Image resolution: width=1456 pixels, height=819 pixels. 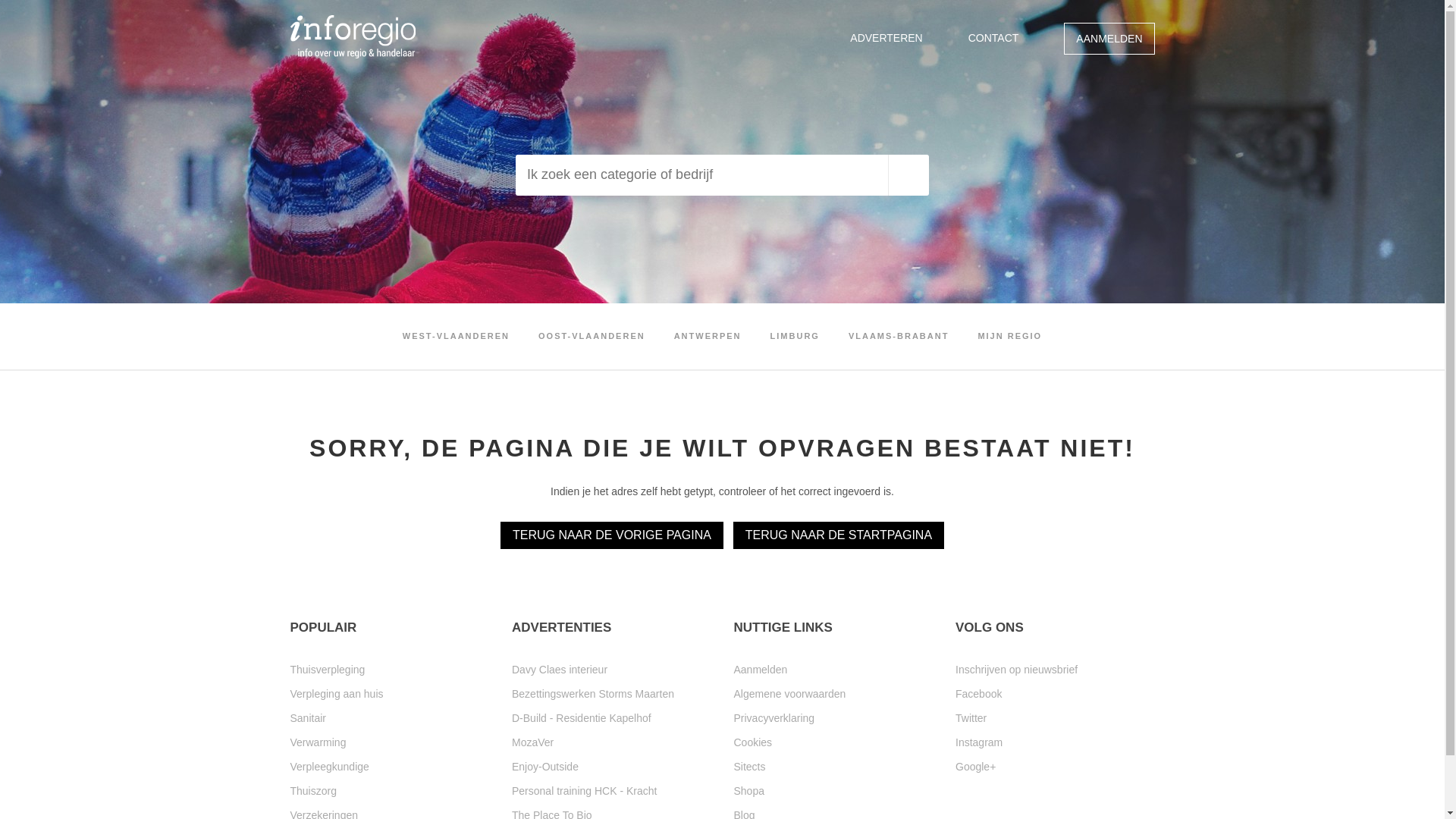 I want to click on 'ADVERTEREN', so click(x=886, y=37).